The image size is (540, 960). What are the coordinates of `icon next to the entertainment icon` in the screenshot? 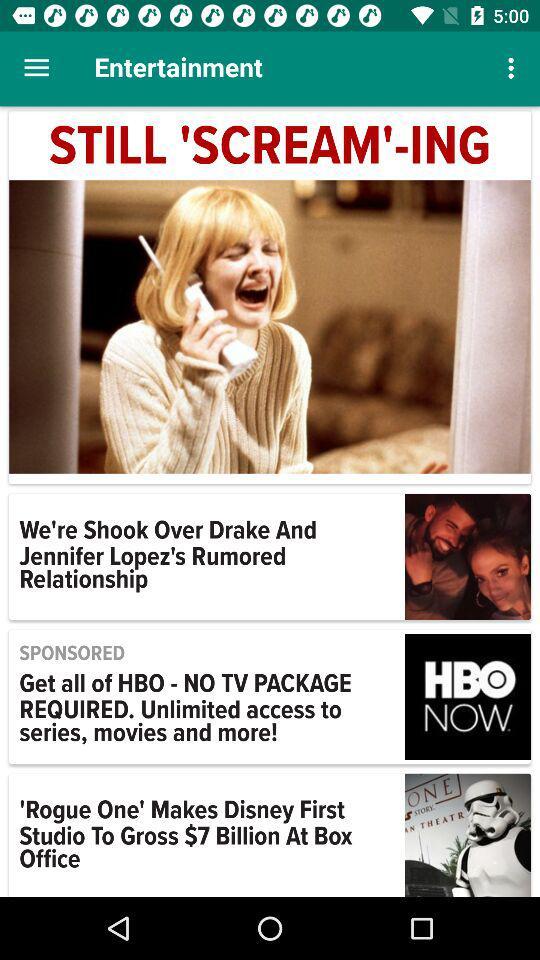 It's located at (513, 68).